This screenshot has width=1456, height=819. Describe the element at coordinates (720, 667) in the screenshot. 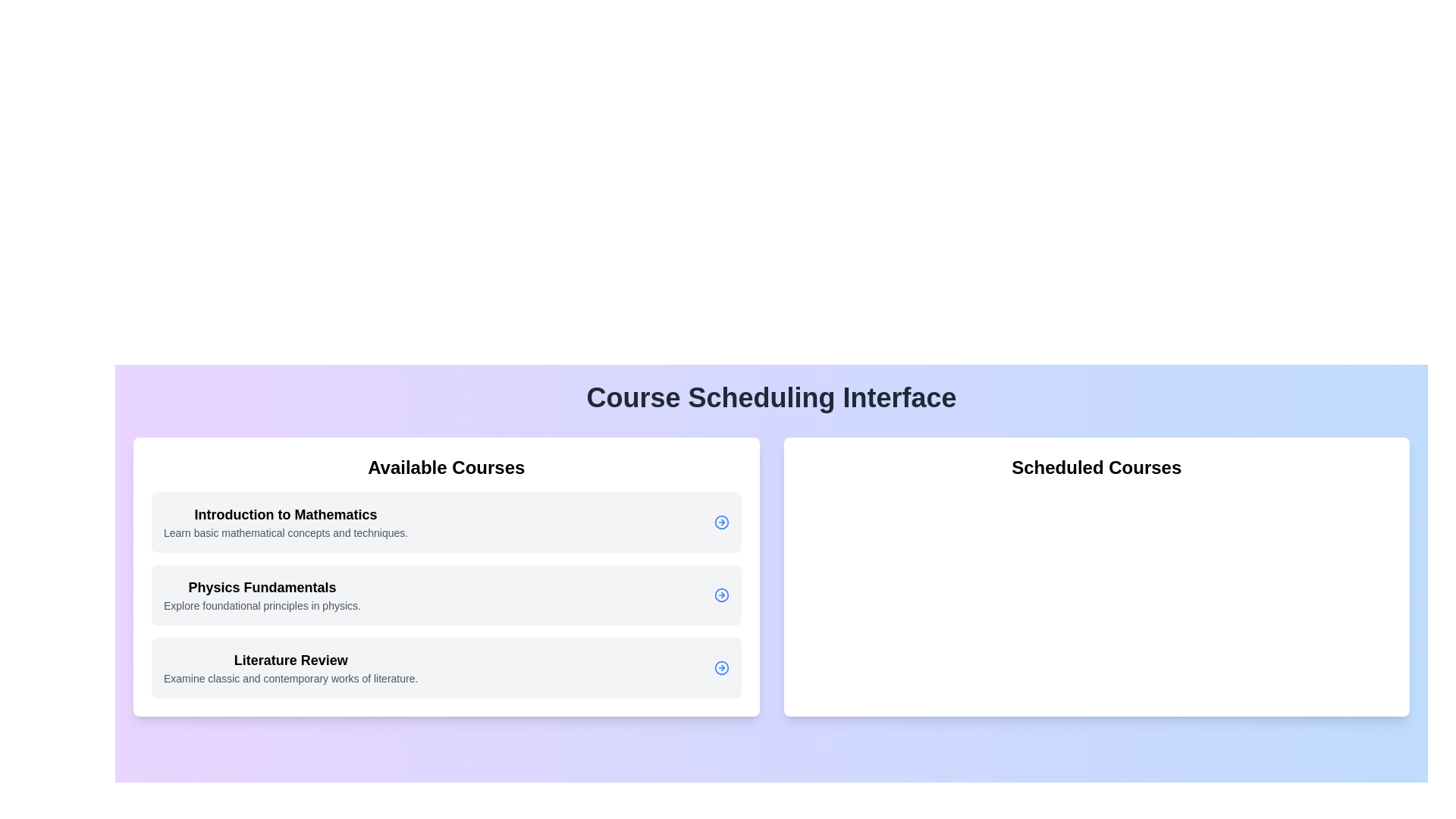

I see `the blue circular arrow icon on the far-right side of the 'Literature Review' course section to interact with the course` at that location.